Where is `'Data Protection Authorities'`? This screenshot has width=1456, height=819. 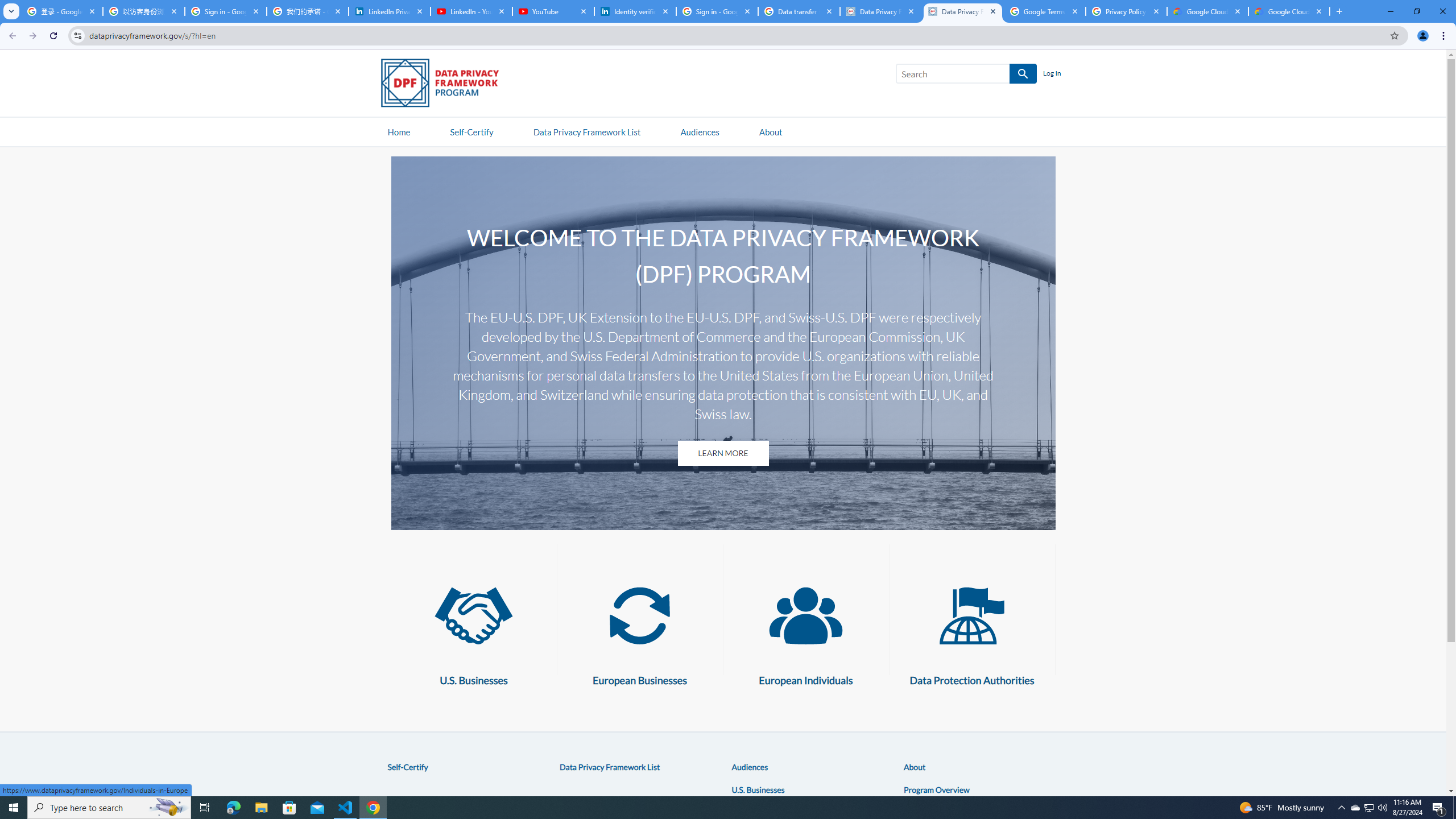 'Data Protection Authorities' is located at coordinates (971, 615).